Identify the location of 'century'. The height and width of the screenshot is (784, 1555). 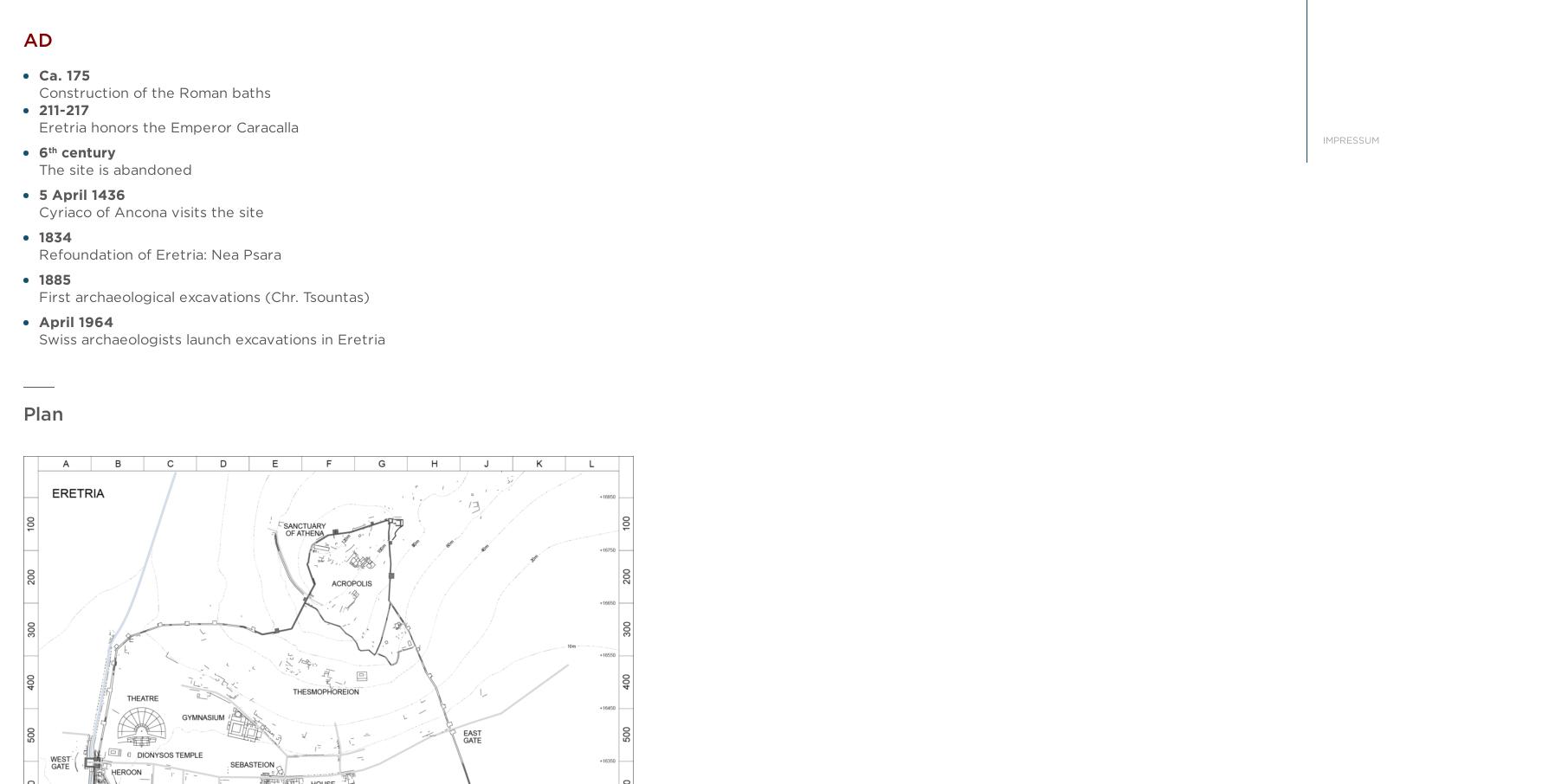
(86, 152).